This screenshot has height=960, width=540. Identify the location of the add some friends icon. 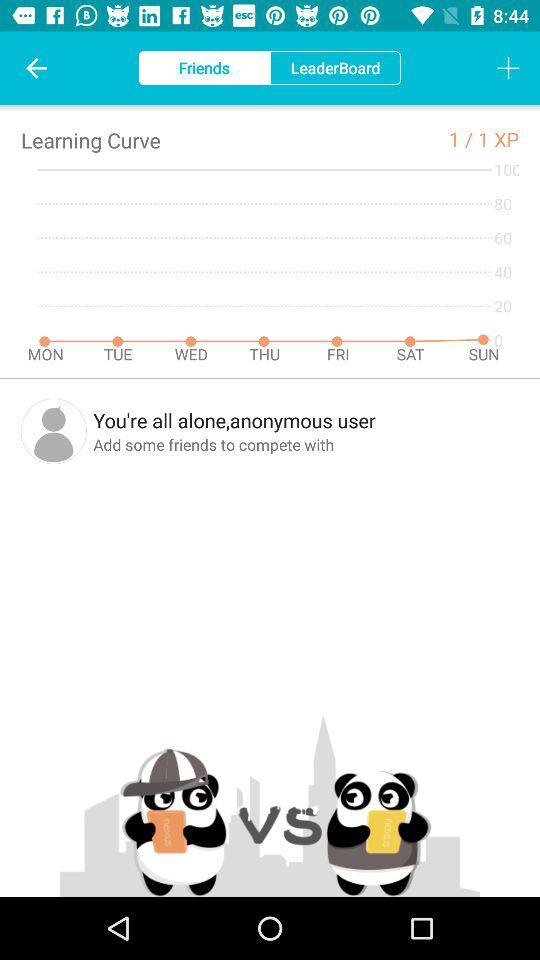
(306, 444).